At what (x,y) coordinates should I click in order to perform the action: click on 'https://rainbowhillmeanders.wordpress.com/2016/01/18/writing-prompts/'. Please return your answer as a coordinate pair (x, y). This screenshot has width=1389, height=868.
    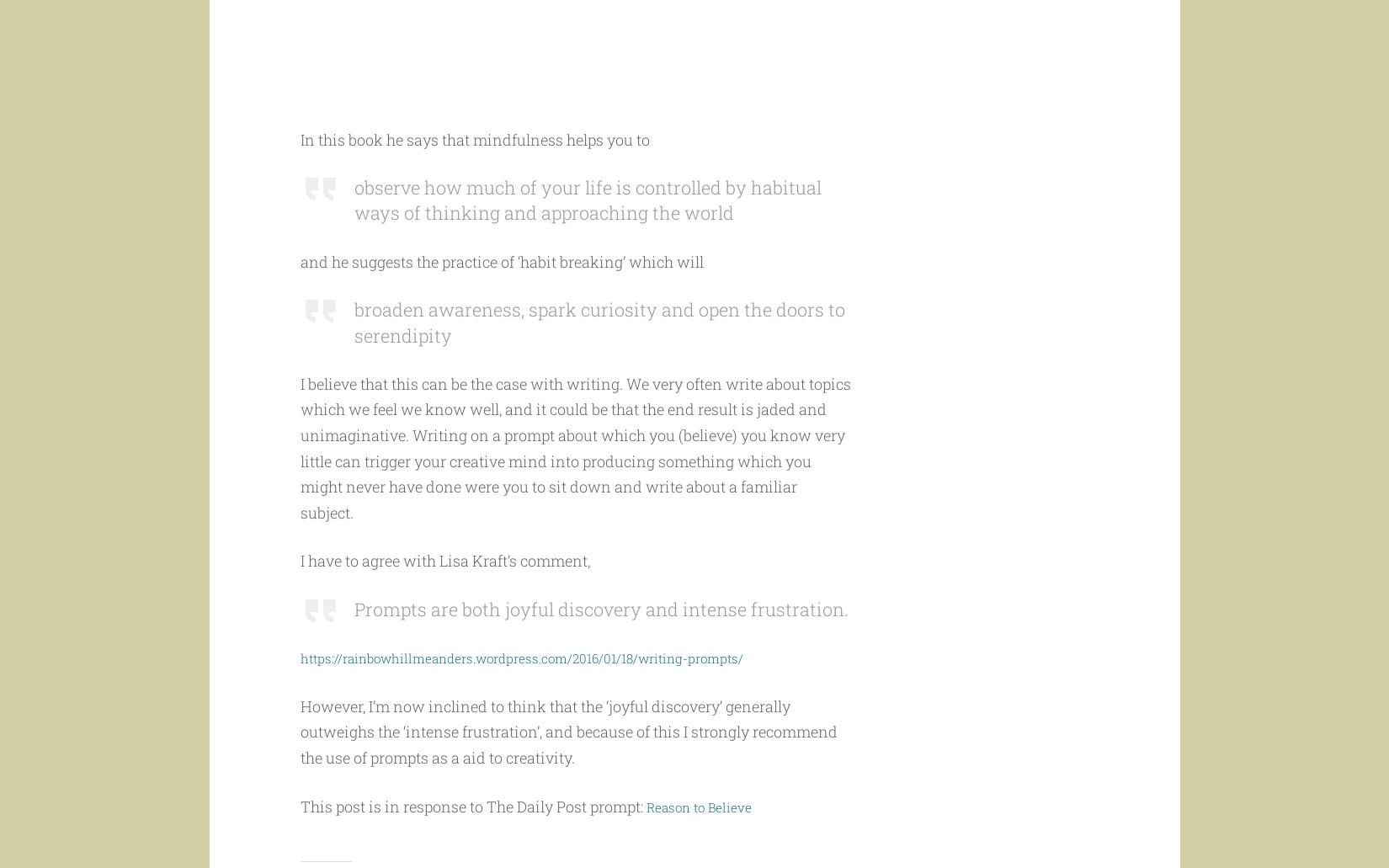
    Looking at the image, I should click on (557, 689).